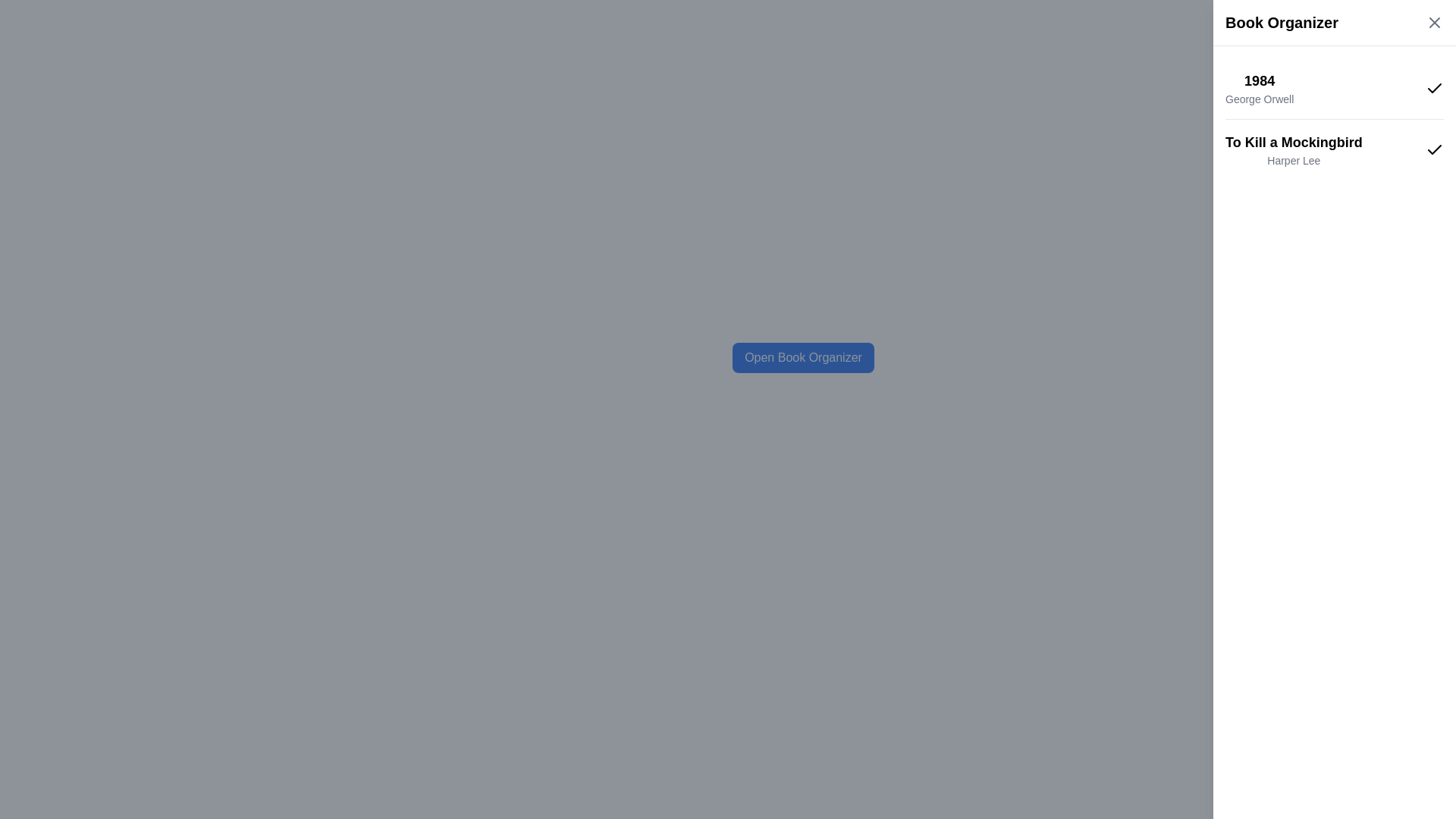 The height and width of the screenshot is (819, 1456). Describe the element at coordinates (1292, 149) in the screenshot. I see `the text block displaying information about a specific book, located` at that location.